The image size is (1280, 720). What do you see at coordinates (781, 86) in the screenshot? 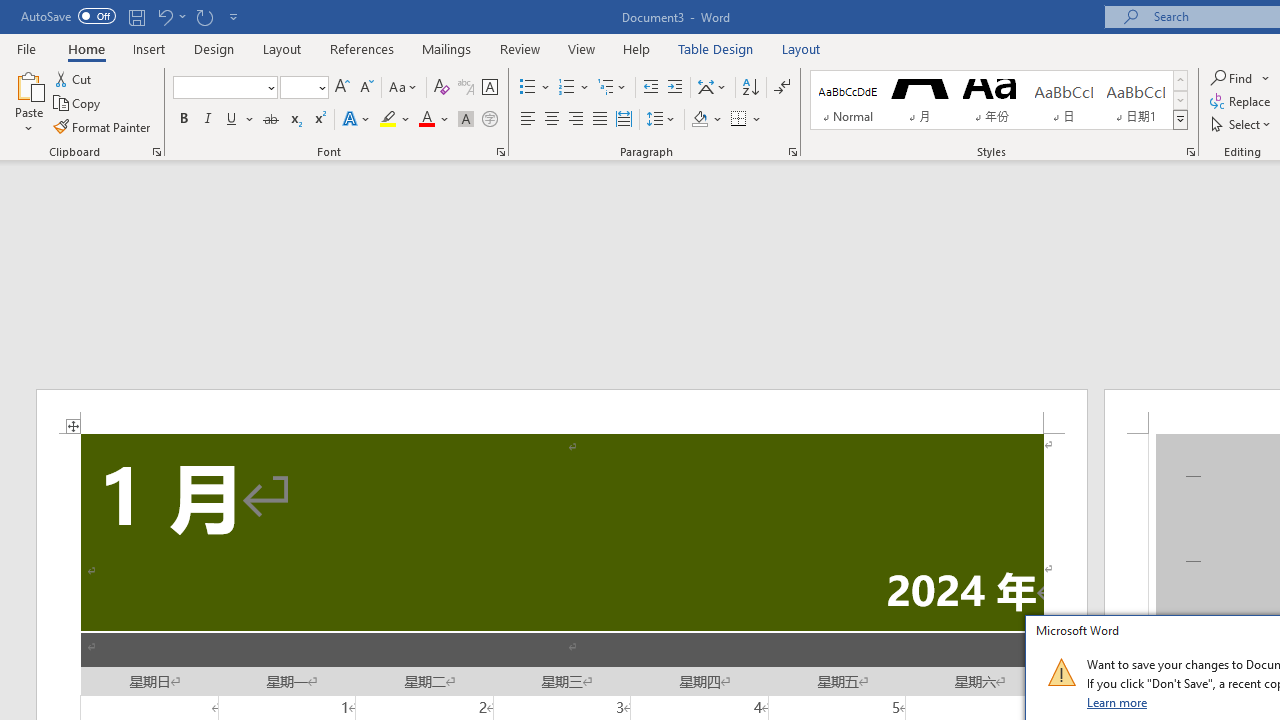
I see `'Show/Hide Editing Marks'` at bounding box center [781, 86].